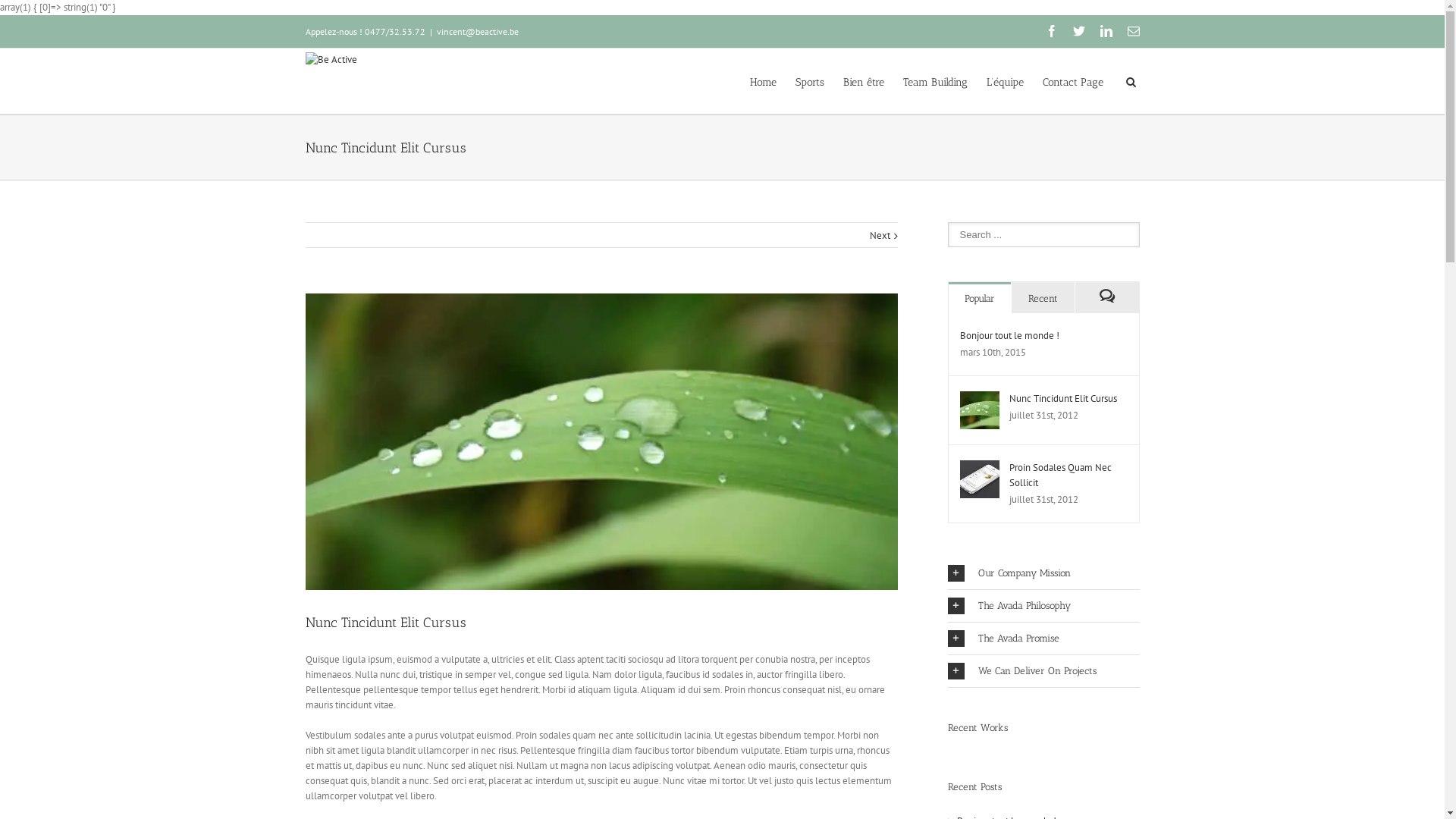 This screenshot has height=819, width=1456. Describe the element at coordinates (476, 31) in the screenshot. I see `'vincent@beactive.be'` at that location.